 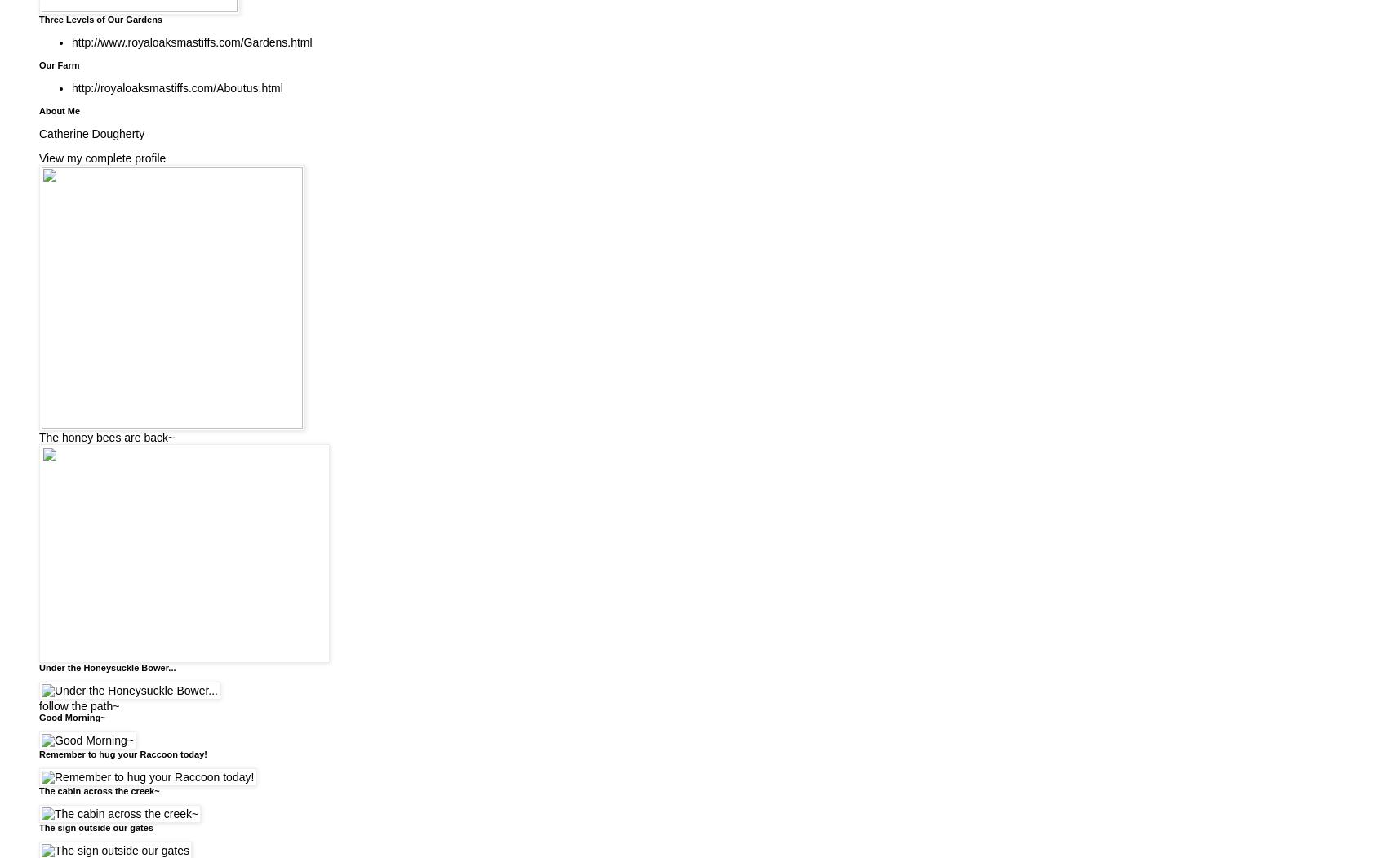 I want to click on 'Our Farm', so click(x=58, y=64).